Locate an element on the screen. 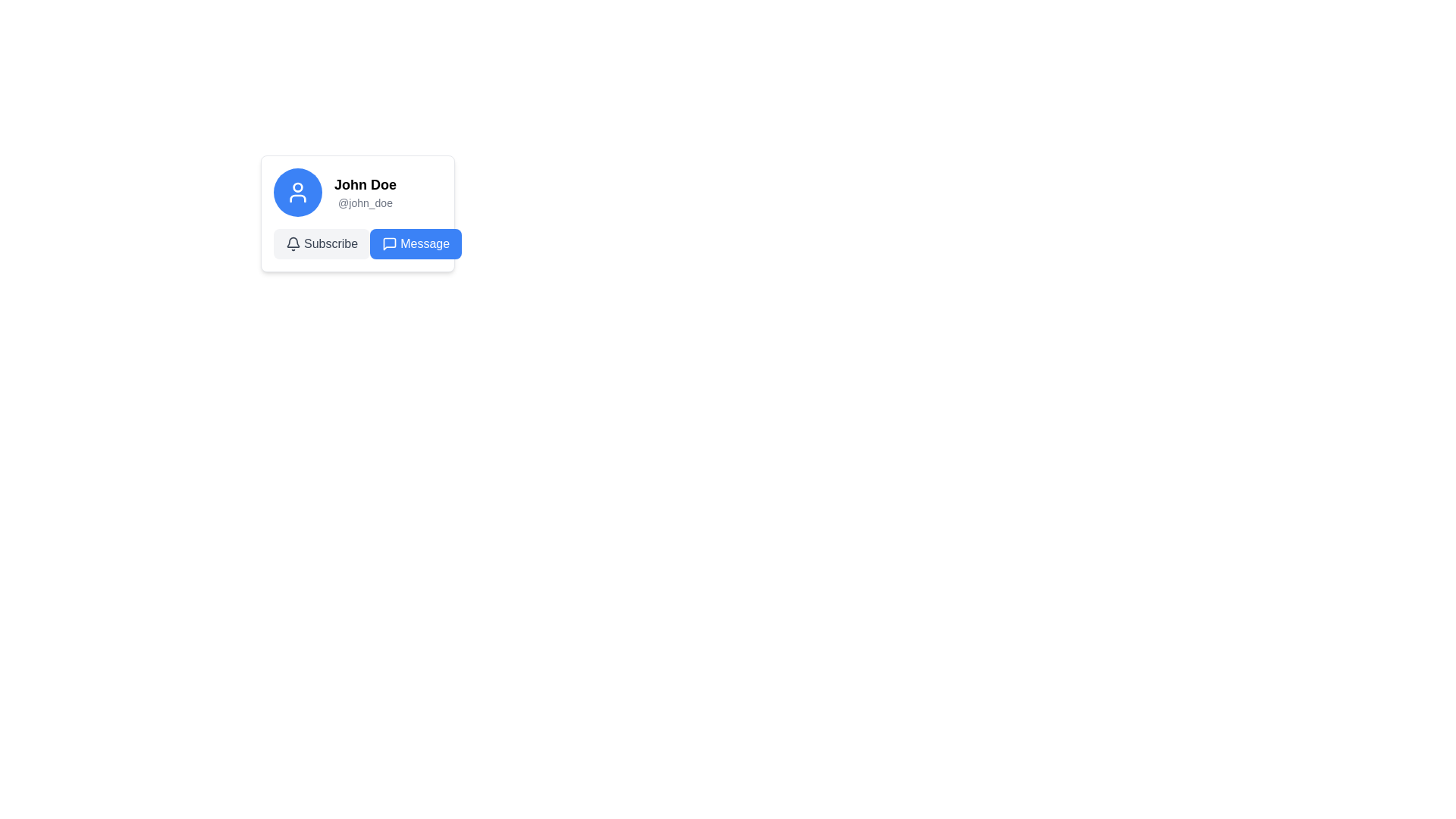 Image resolution: width=1456 pixels, height=819 pixels. the Text Display that shows the user identifier, located in the upper half of a card section, to the right of an icon in a blue circular background is located at coordinates (356, 192).